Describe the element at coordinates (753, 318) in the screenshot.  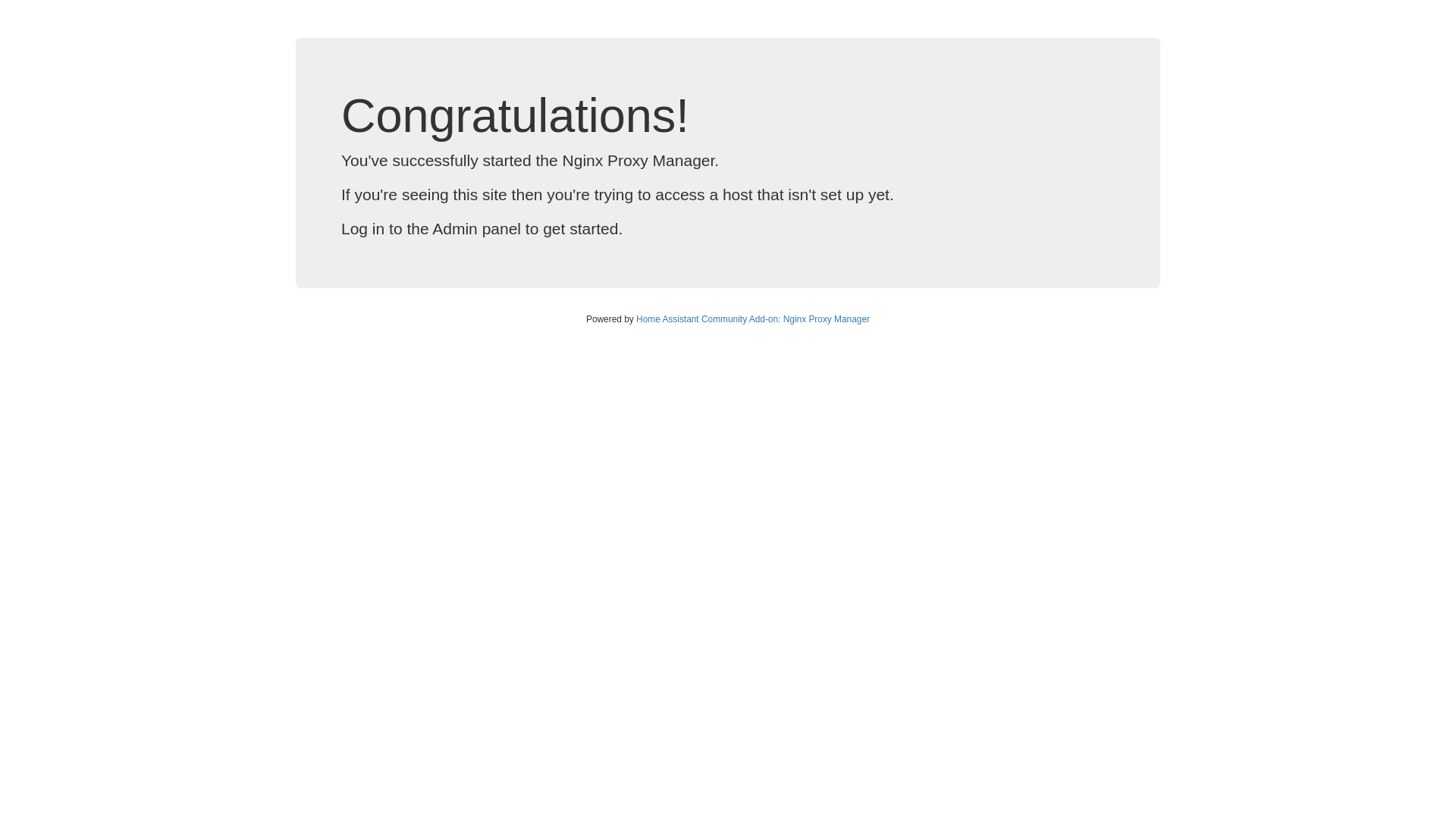
I see `'Home Assistant Community Add-on: Nginx Proxy Manager'` at that location.